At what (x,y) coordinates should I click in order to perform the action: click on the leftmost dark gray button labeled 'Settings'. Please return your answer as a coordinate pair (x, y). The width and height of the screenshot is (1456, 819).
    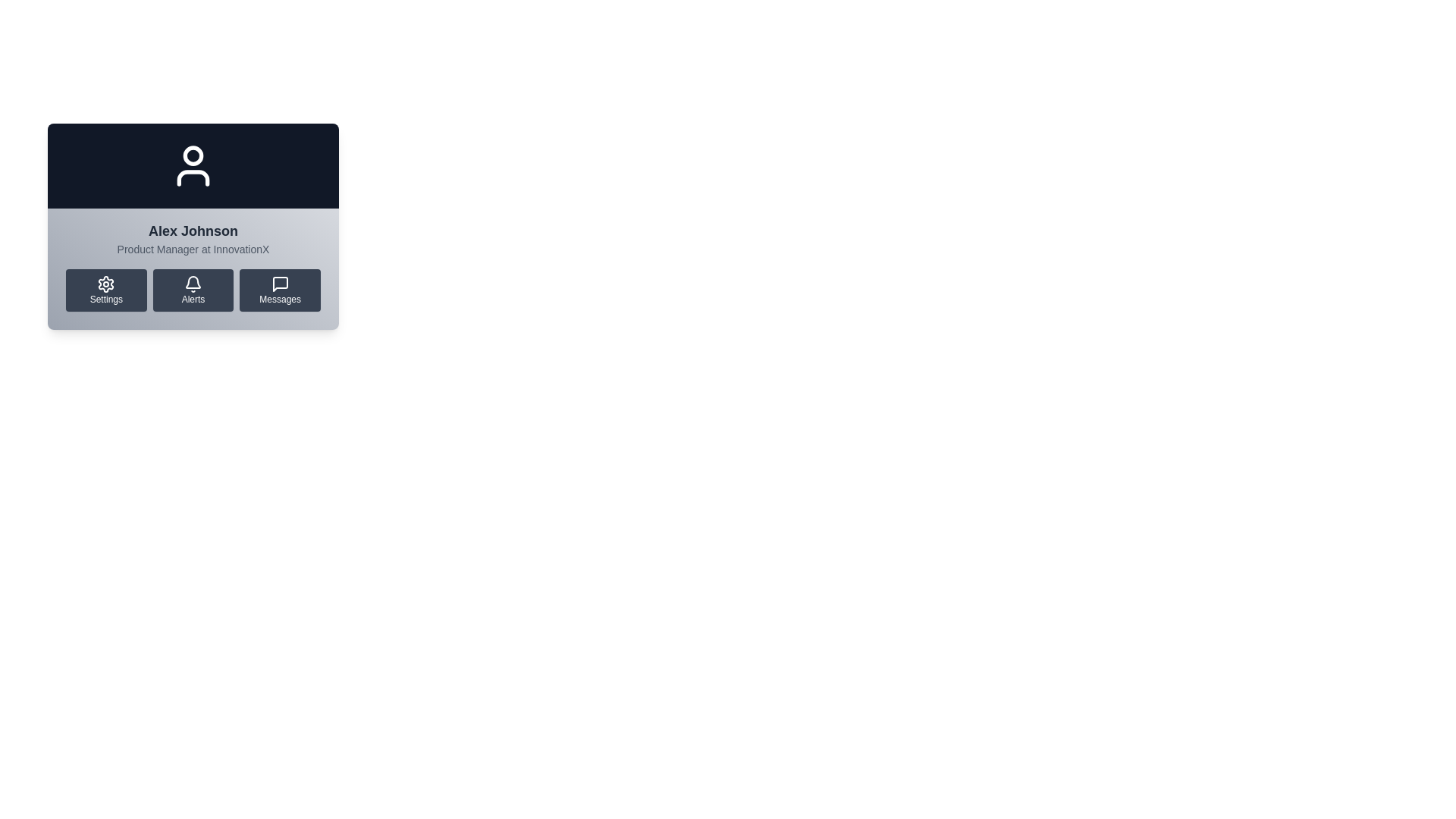
    Looking at the image, I should click on (105, 290).